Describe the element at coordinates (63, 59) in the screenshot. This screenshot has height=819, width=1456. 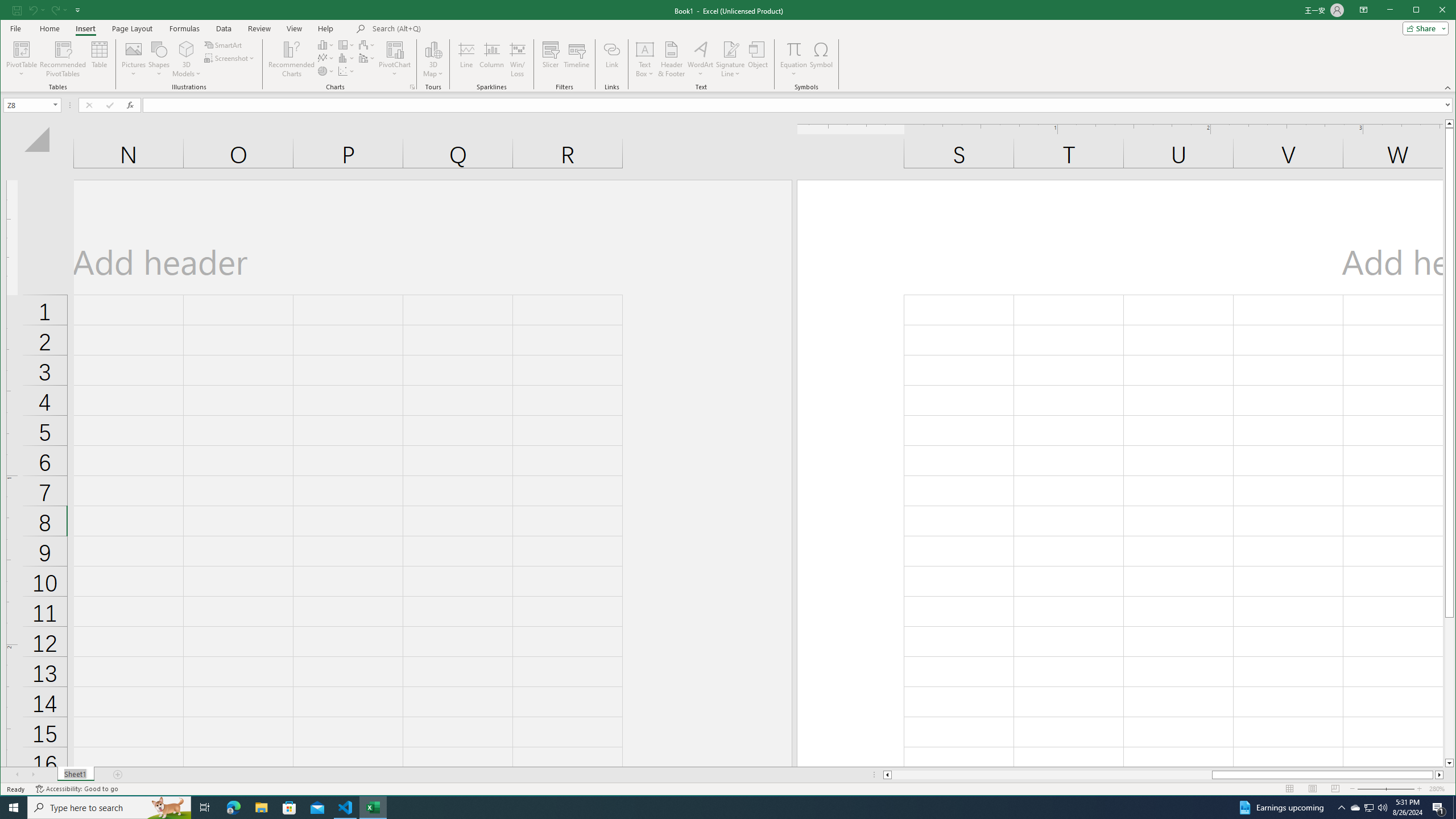
I see `'Recommended PivotTables'` at that location.